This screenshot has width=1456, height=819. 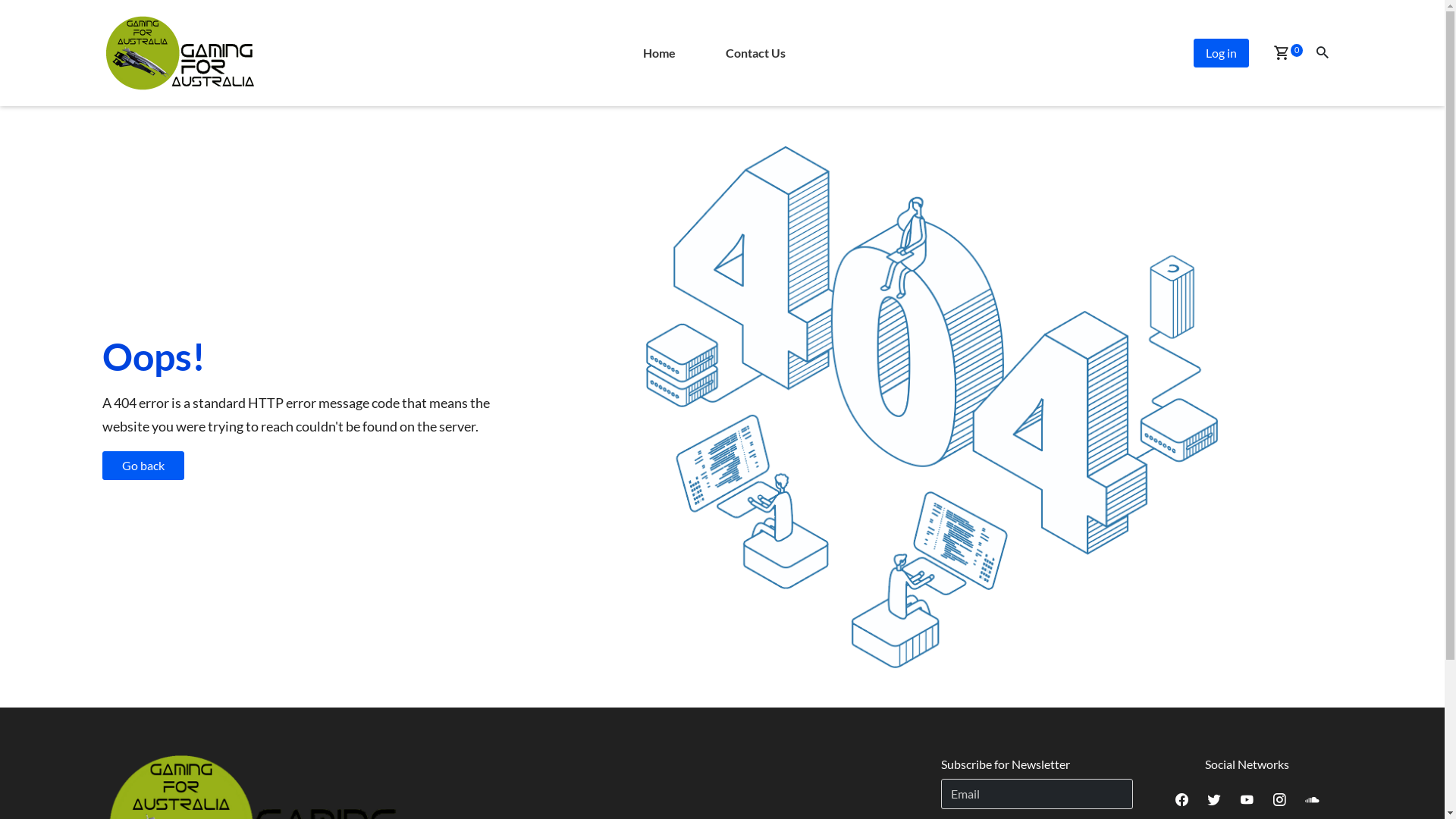 I want to click on 'Log in', so click(x=1193, y=52).